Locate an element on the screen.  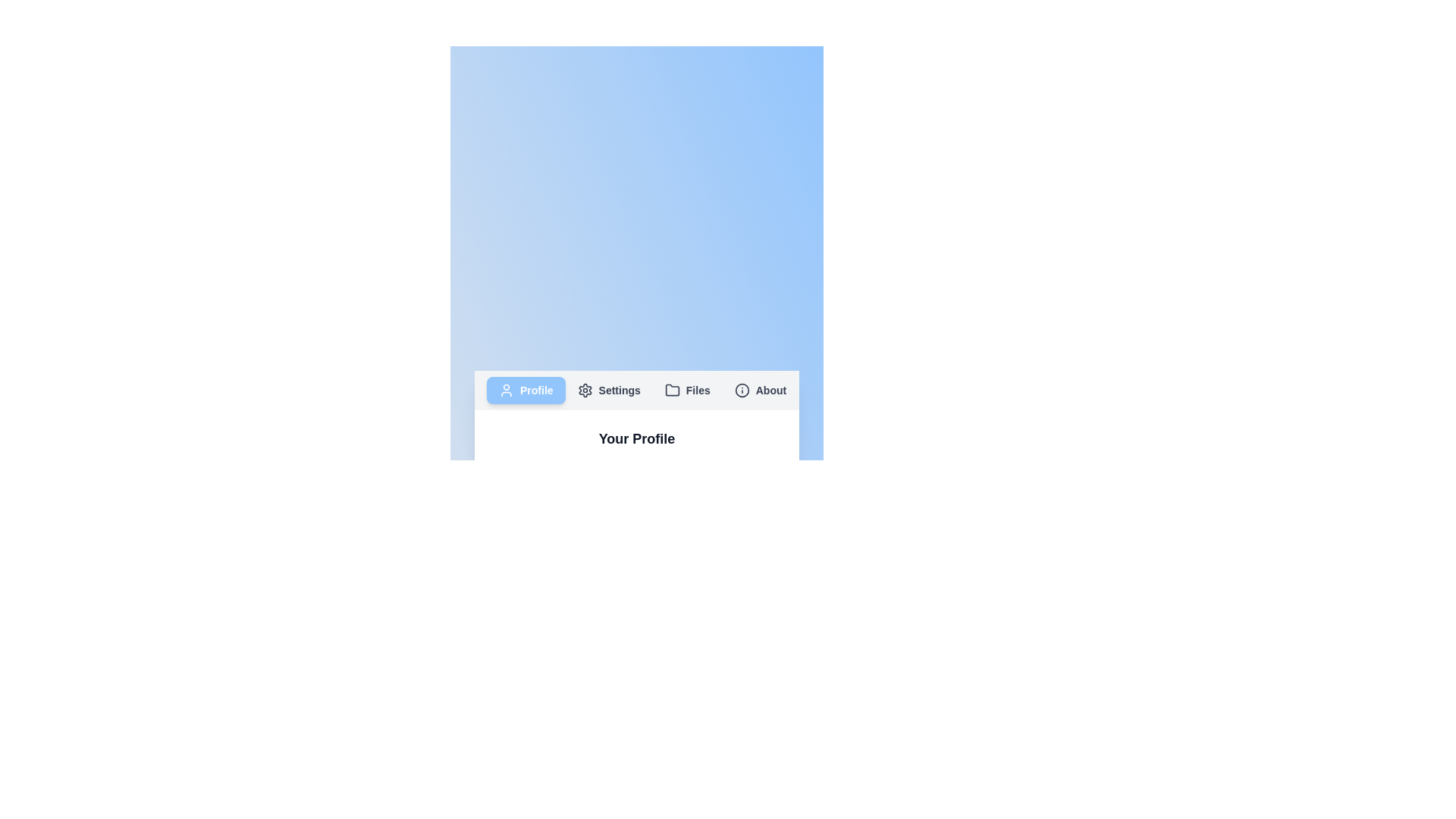
the interactive button located in the horizontal navigation bar, positioned to the right of the 'Profile' button and to the left of the 'Files' button is located at coordinates (609, 390).